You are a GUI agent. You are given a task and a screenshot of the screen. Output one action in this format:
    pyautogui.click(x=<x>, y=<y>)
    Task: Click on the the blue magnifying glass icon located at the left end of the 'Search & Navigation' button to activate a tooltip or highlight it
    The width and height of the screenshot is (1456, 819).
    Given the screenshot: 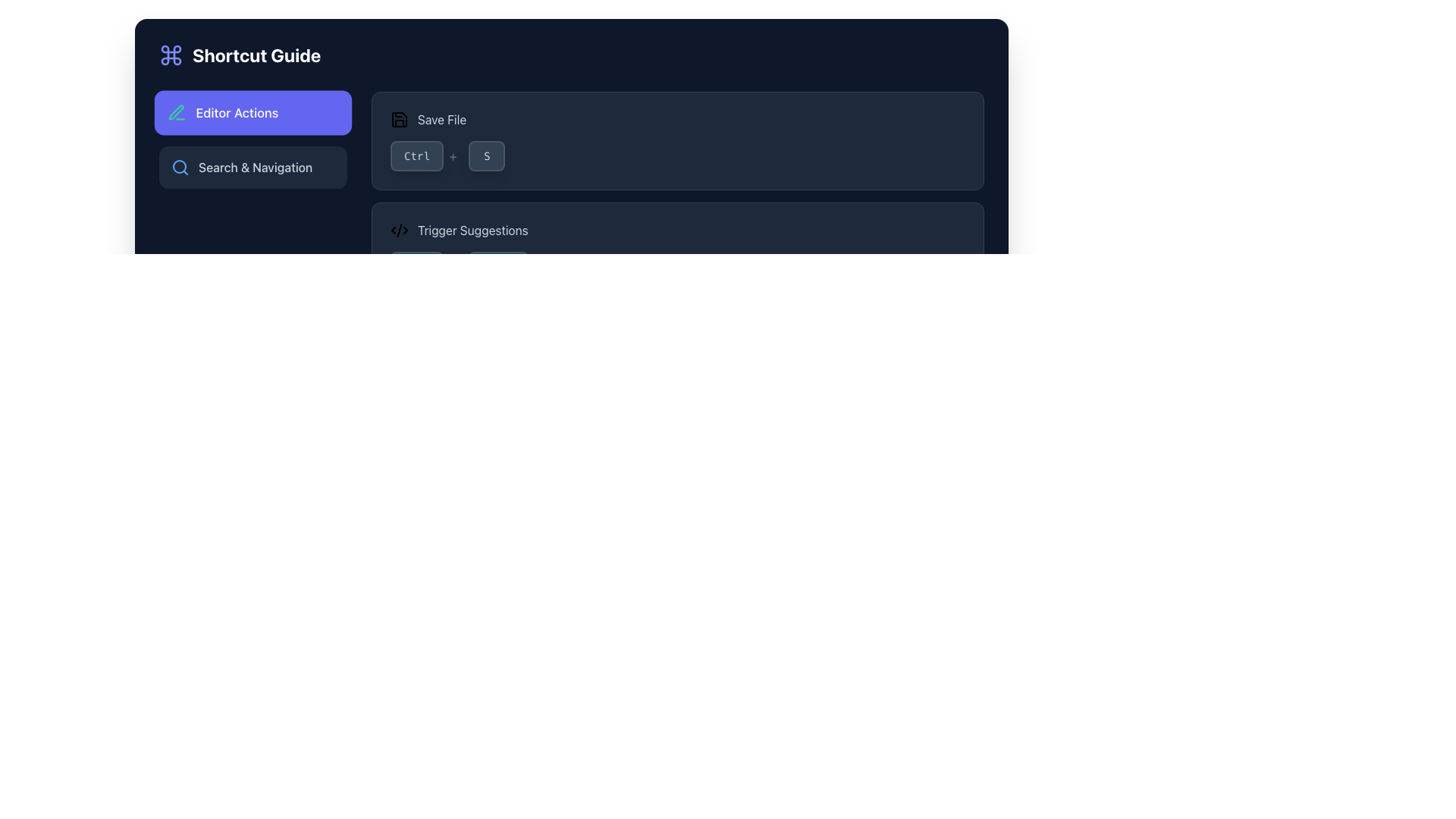 What is the action you would take?
    pyautogui.click(x=180, y=167)
    